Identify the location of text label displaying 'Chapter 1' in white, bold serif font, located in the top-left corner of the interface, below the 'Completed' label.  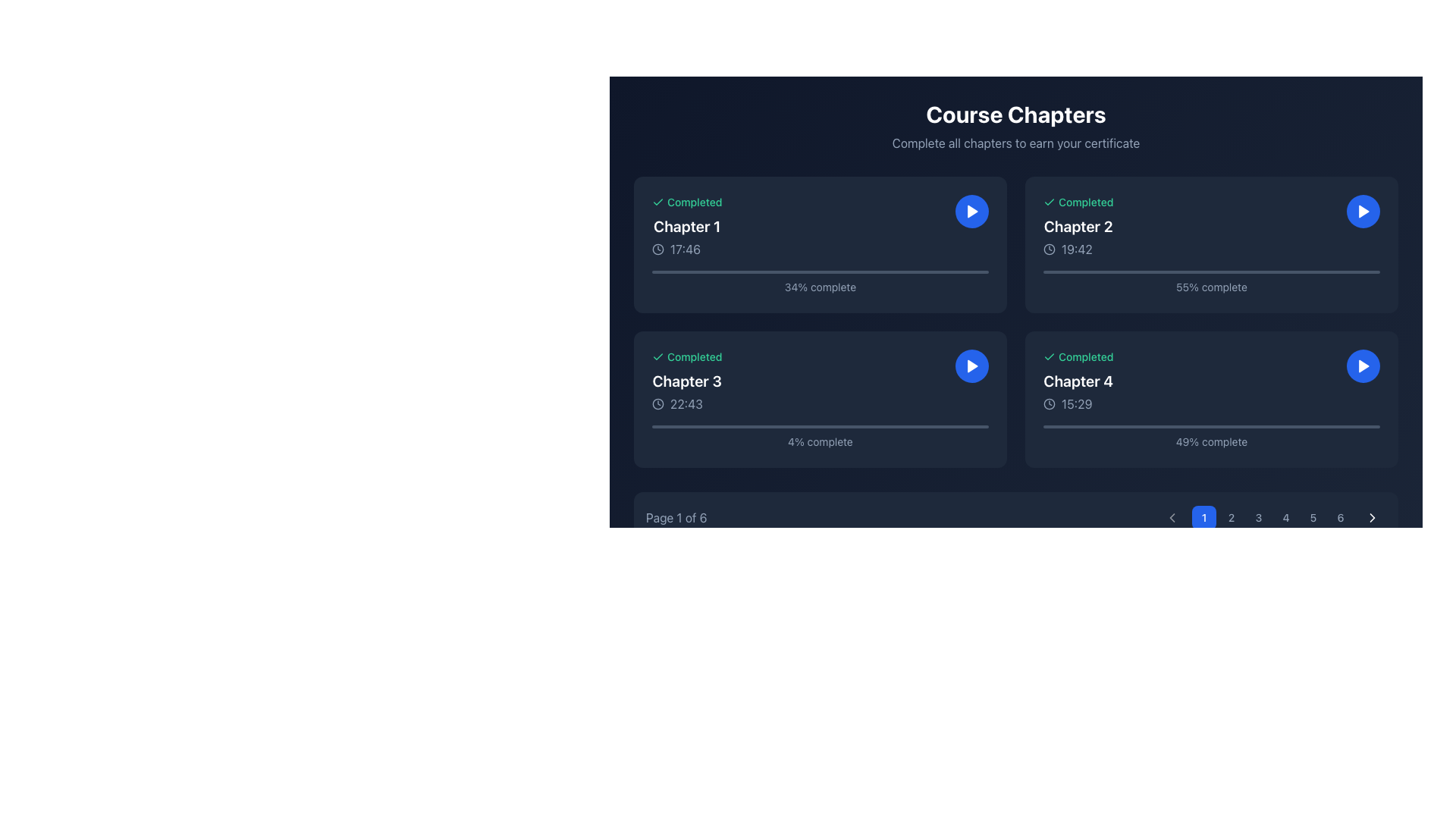
(686, 227).